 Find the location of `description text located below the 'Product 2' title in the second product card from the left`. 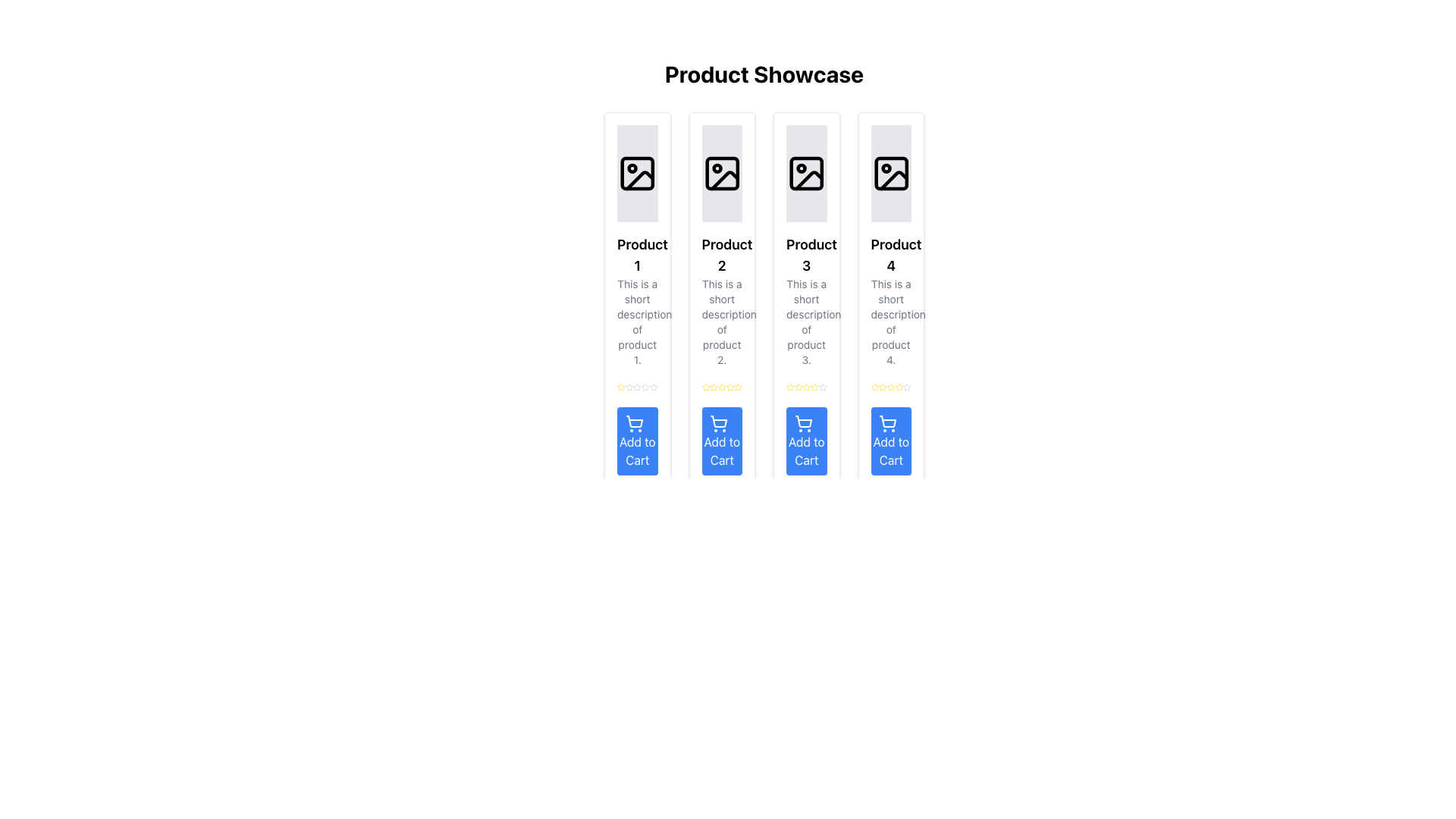

description text located below the 'Product 2' title in the second product card from the left is located at coordinates (721, 321).